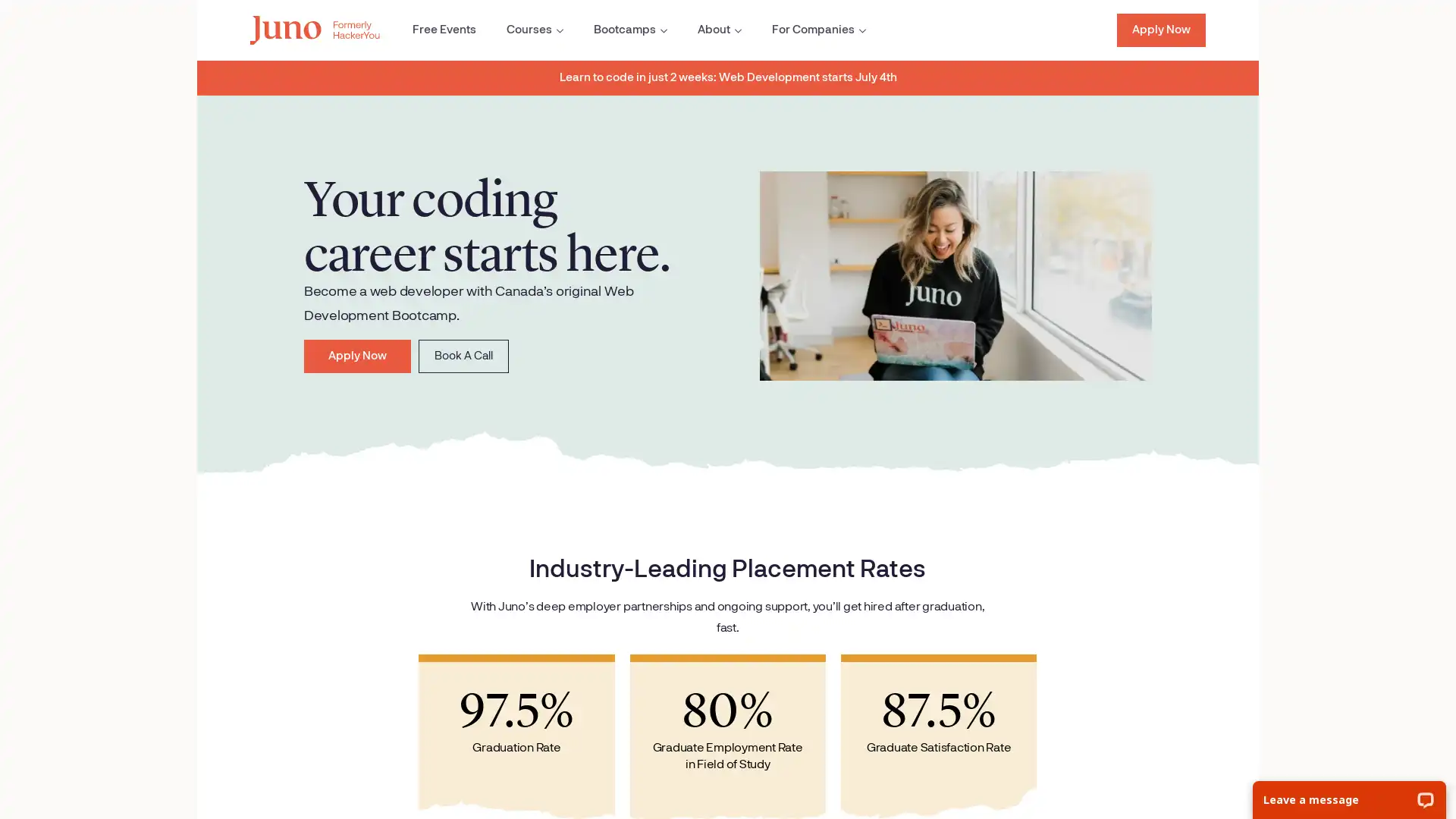 The height and width of the screenshot is (819, 1456). Describe the element at coordinates (705, 30) in the screenshot. I see `Open the About sub menu.` at that location.